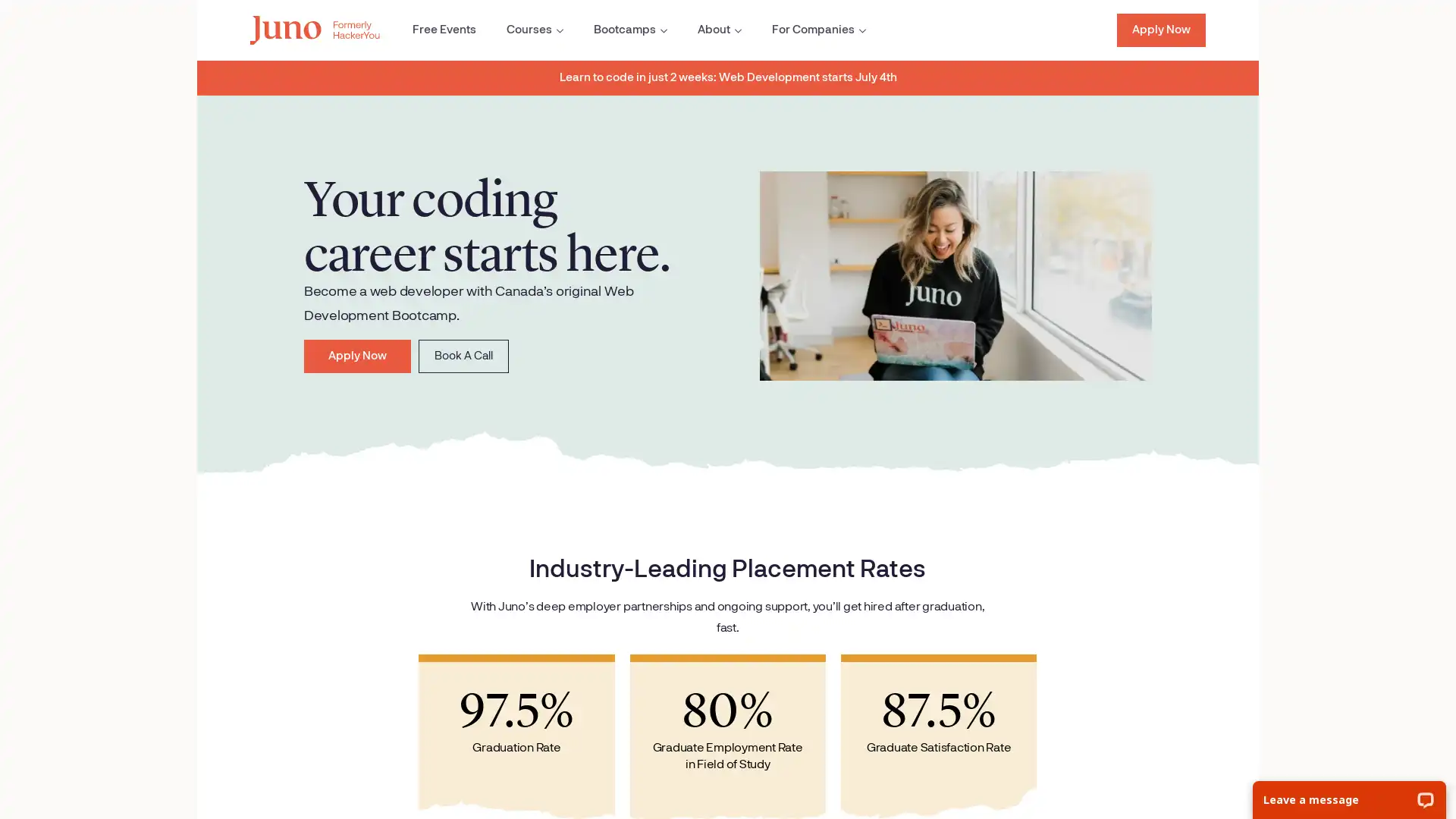 The height and width of the screenshot is (819, 1456). Describe the element at coordinates (705, 30) in the screenshot. I see `Open the About sub menu.` at that location.